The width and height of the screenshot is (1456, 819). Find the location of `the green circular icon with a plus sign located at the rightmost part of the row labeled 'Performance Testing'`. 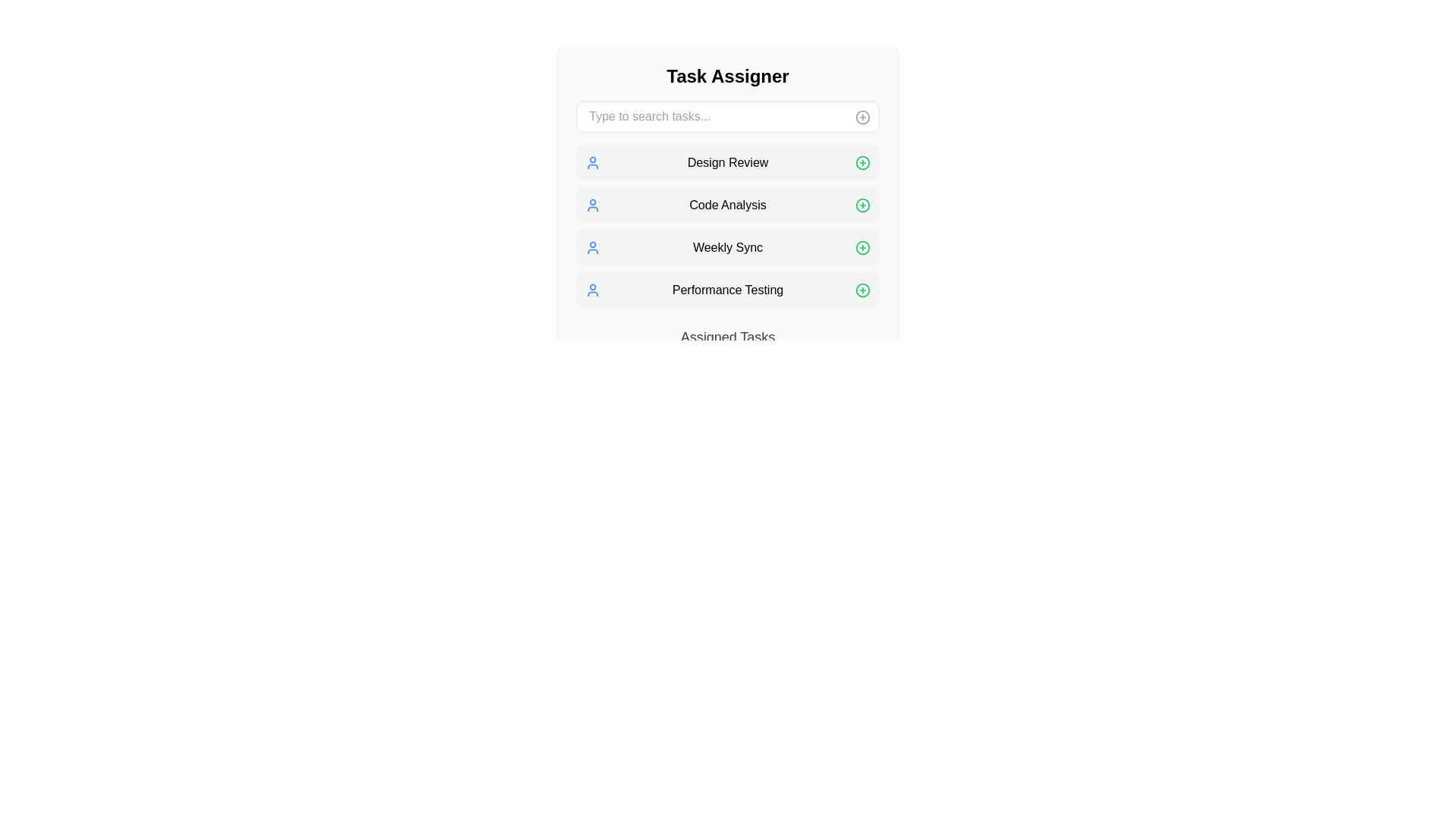

the green circular icon with a plus sign located at the rightmost part of the row labeled 'Performance Testing' is located at coordinates (862, 290).